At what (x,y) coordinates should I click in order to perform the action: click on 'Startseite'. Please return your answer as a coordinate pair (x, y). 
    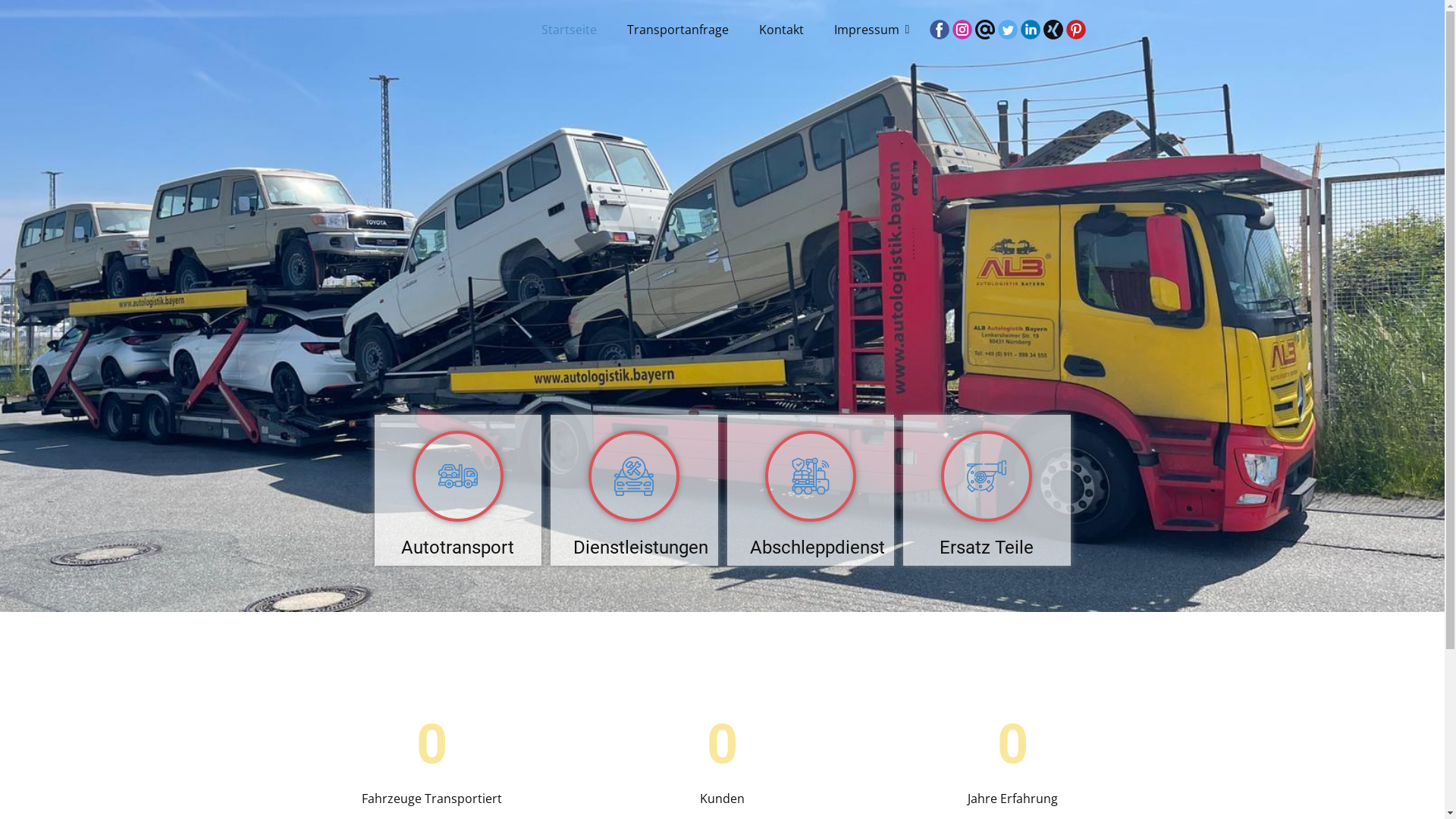
    Looking at the image, I should click on (568, 29).